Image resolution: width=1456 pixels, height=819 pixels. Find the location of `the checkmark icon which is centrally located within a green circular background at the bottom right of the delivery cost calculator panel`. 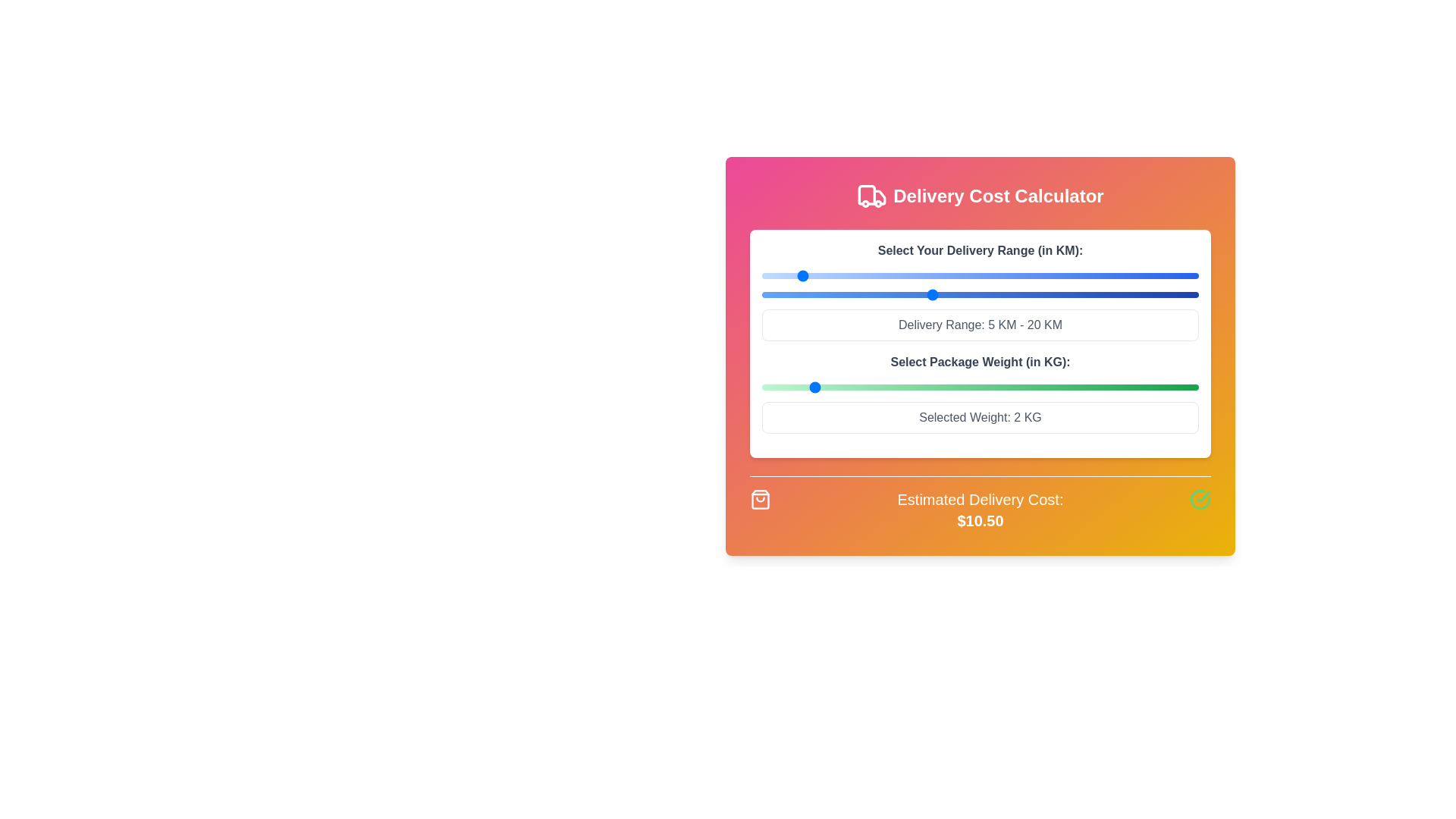

the checkmark icon which is centrally located within a green circular background at the bottom right of the delivery cost calculator panel is located at coordinates (1203, 497).